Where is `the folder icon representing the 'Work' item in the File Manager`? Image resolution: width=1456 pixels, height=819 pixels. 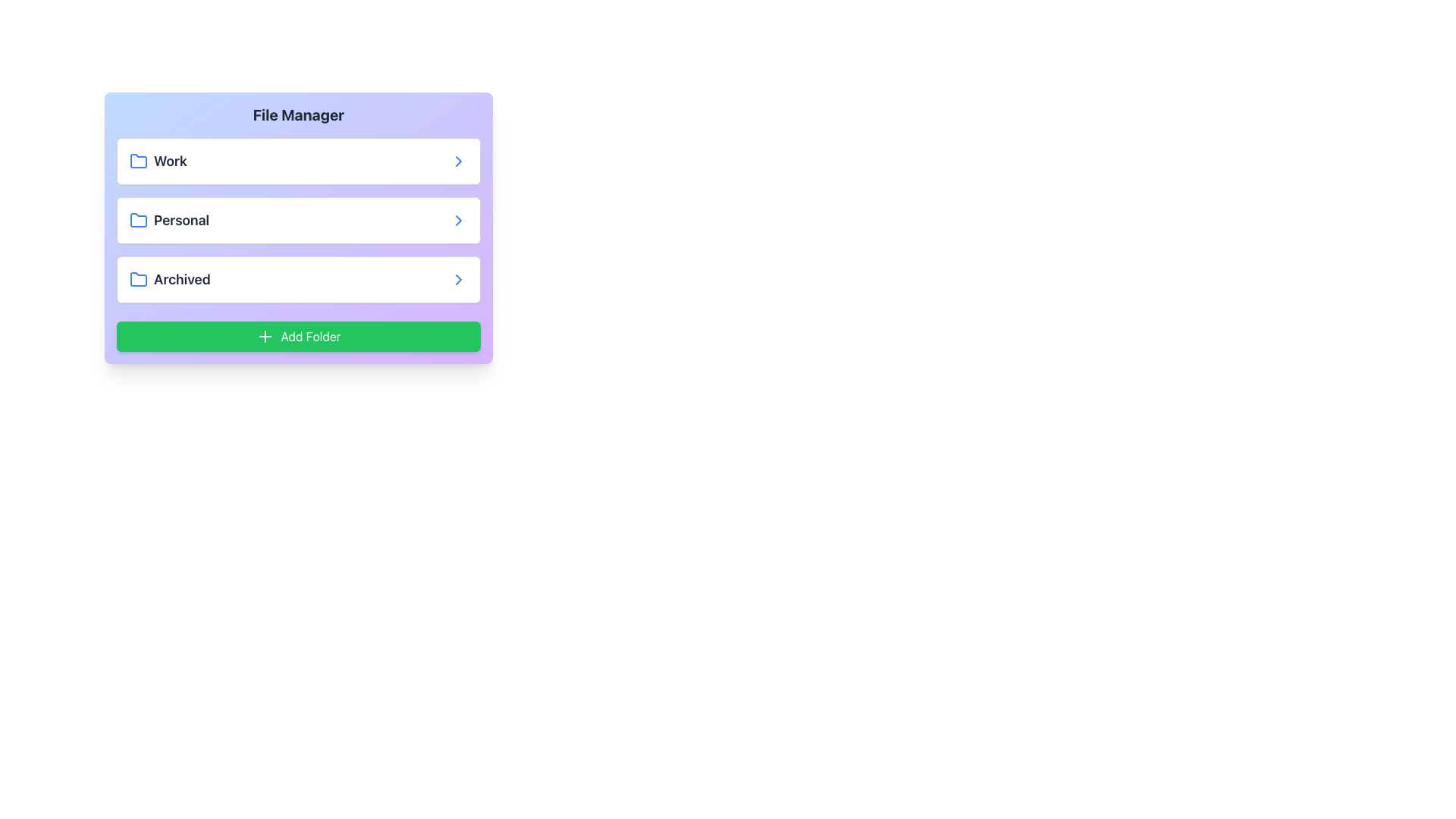 the folder icon representing the 'Work' item in the File Manager is located at coordinates (138, 161).